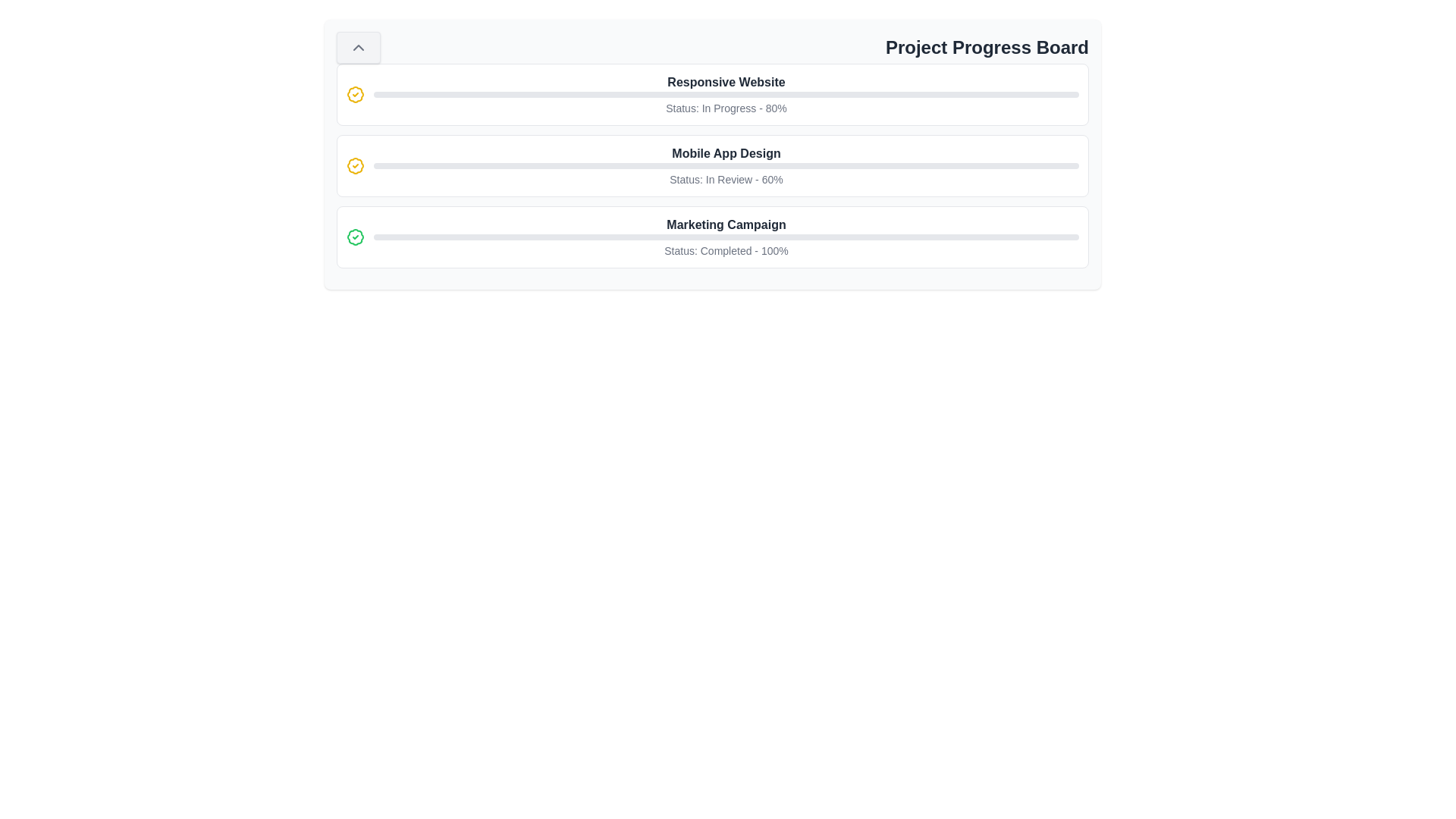  I want to click on the Information box displaying the status information of the 'Marketing Campaign' project by clicking on its center point, so click(712, 237).